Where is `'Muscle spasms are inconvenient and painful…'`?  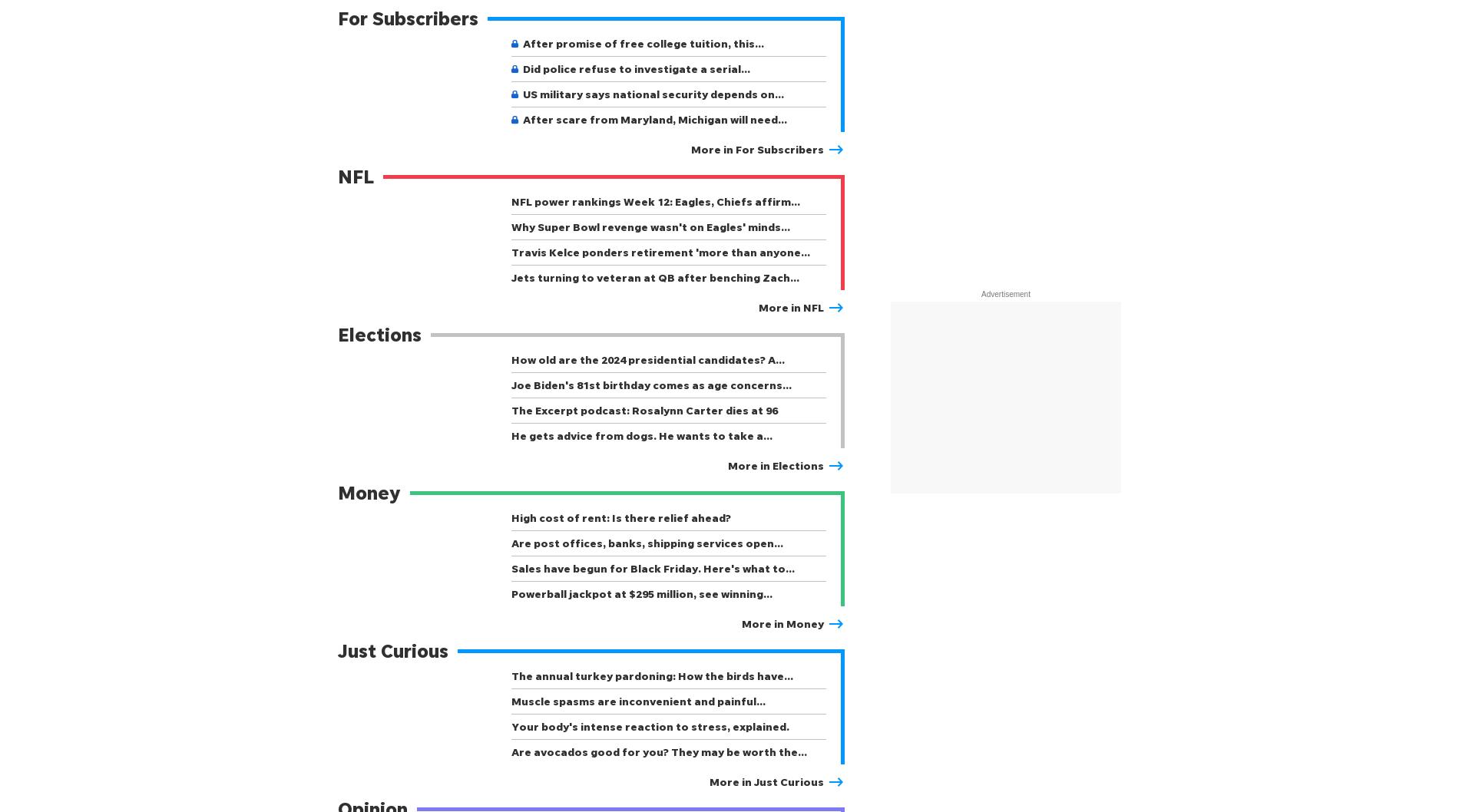
'Muscle spasms are inconvenient and painful…' is located at coordinates (637, 701).